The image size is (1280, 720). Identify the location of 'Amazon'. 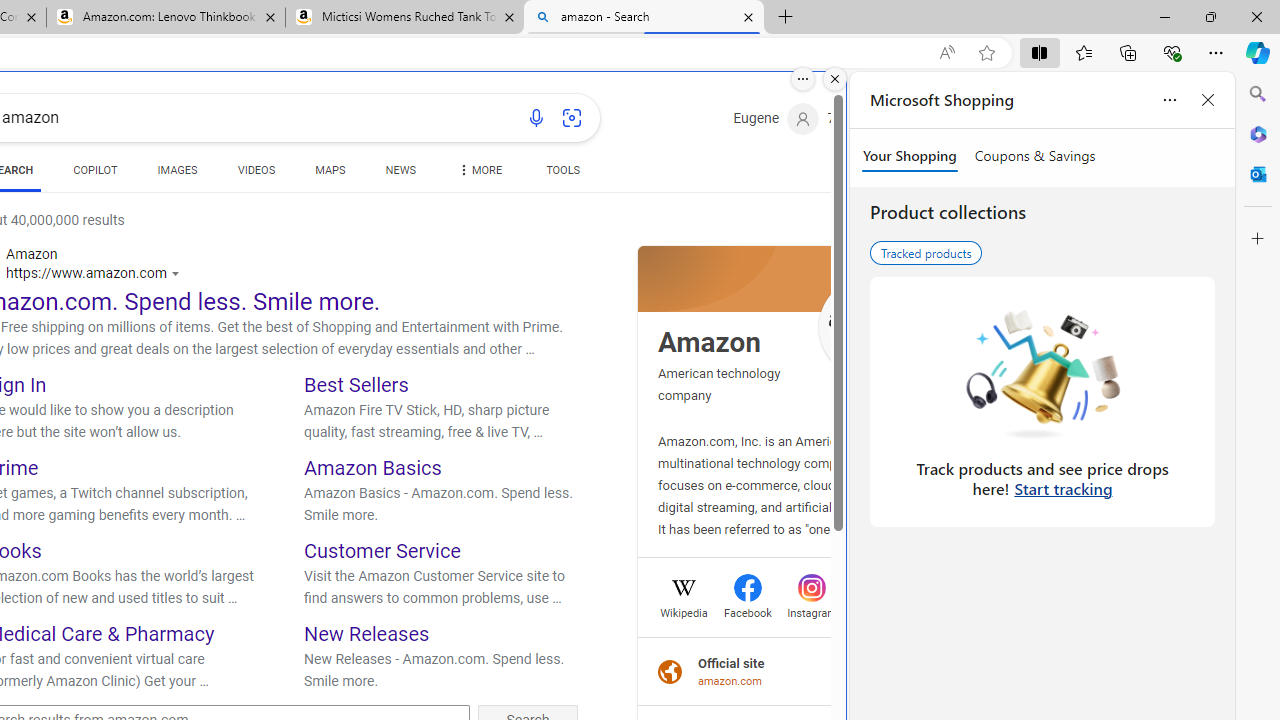
(709, 341).